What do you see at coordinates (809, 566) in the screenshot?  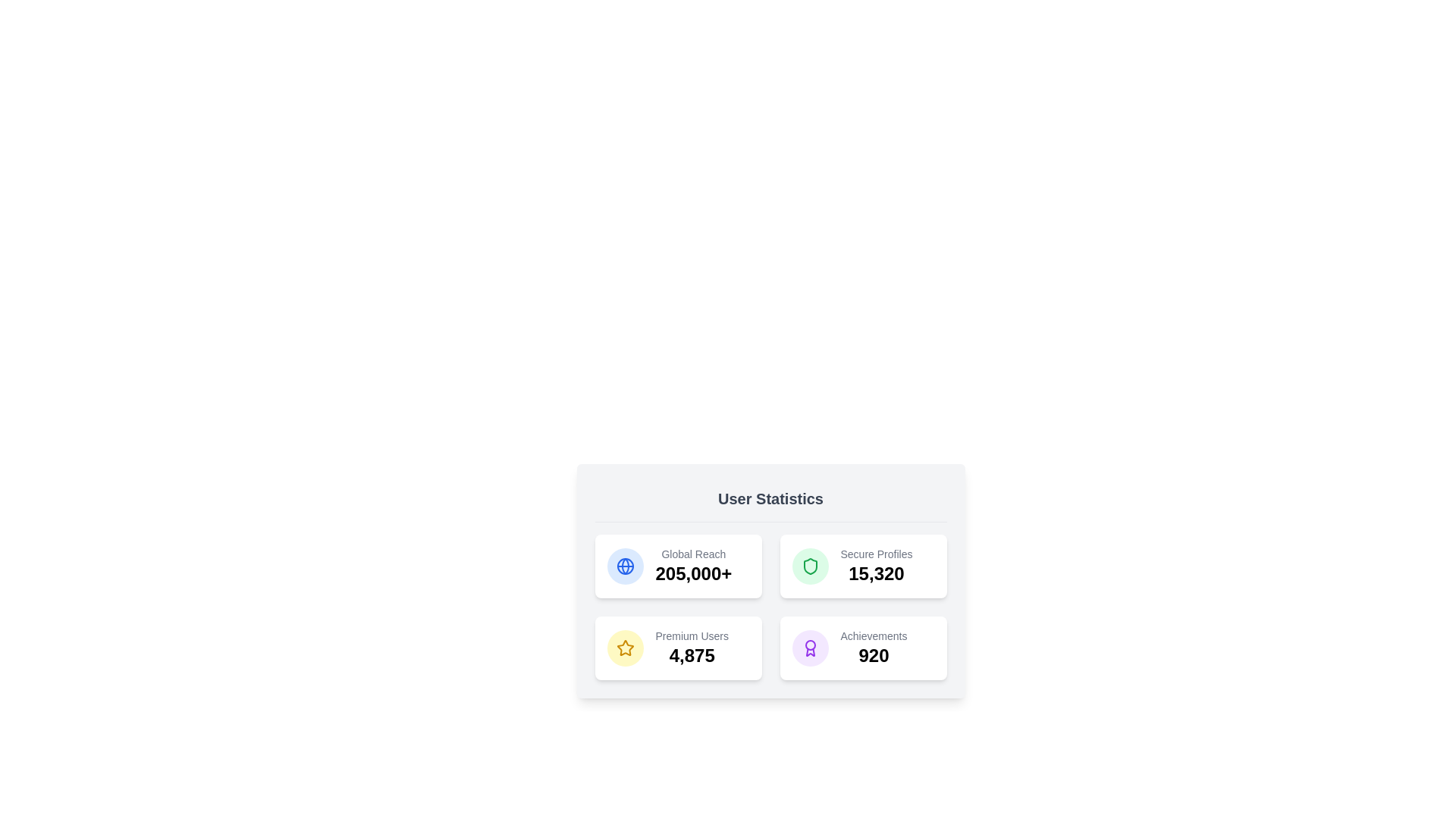 I see `the shield icon outlined with a smooth green color, located in the 'Secure Profiles' section of the statistics panel` at bounding box center [809, 566].